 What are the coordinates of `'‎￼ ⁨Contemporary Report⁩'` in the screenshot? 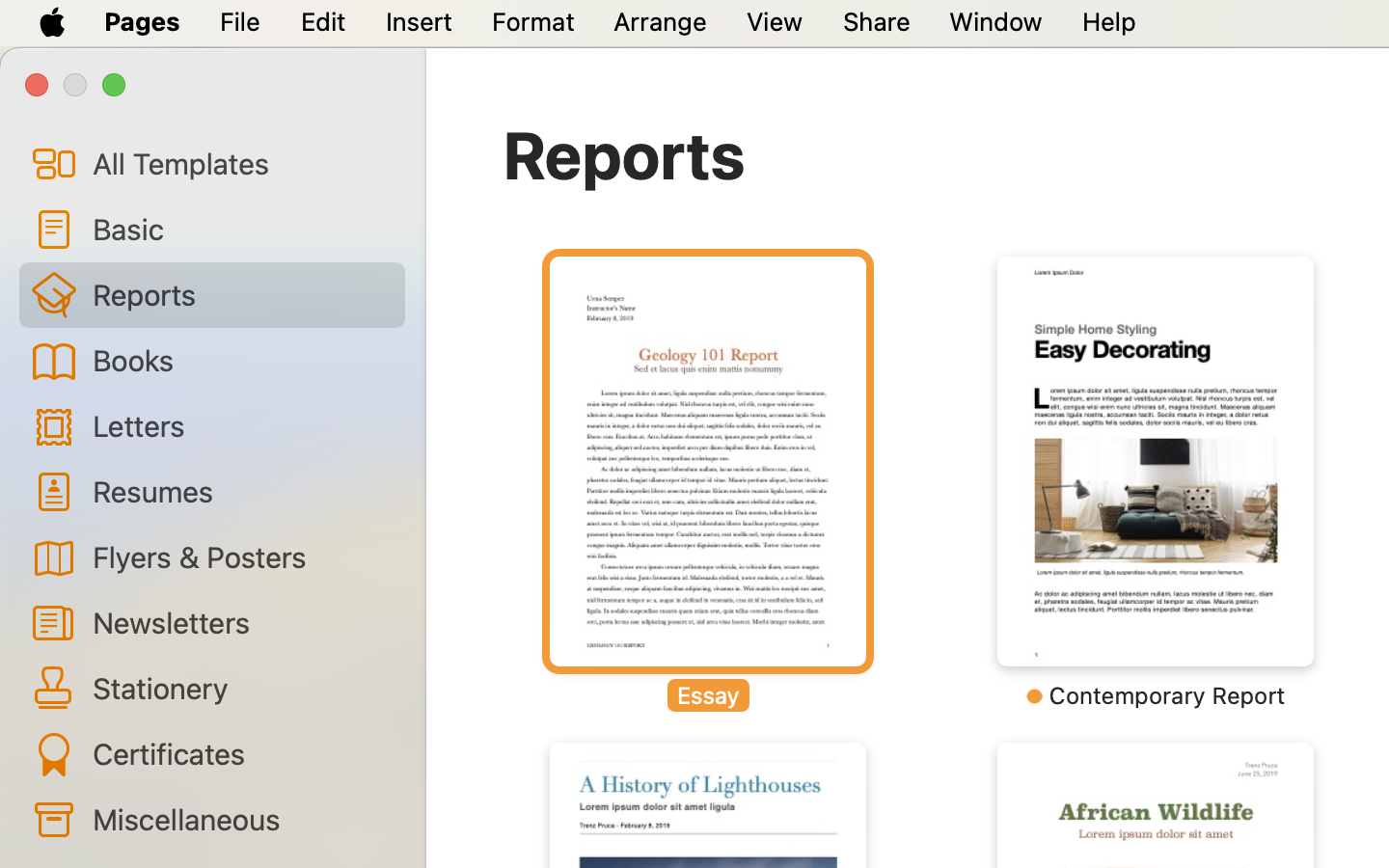 It's located at (1155, 482).